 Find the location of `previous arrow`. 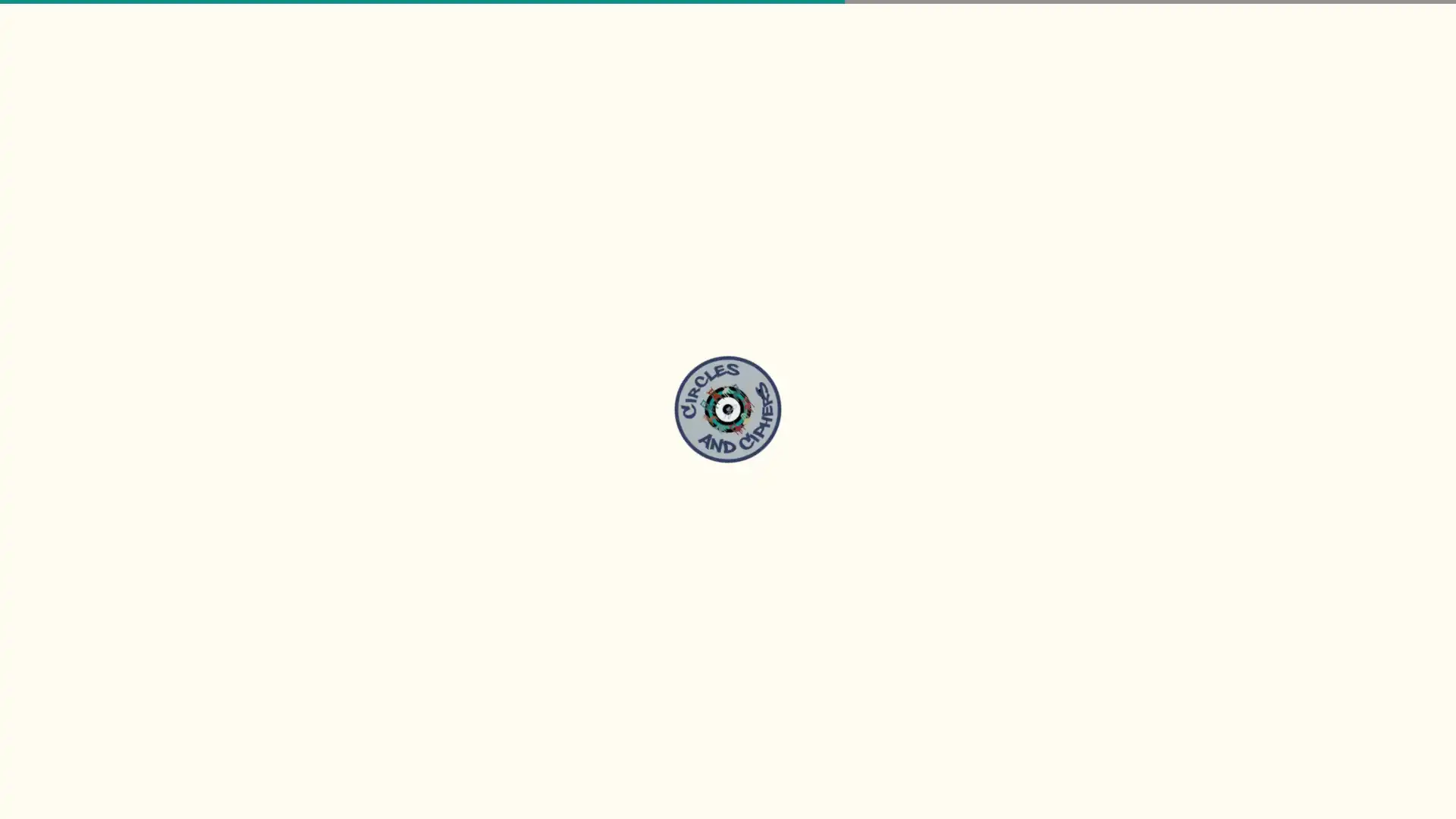

previous arrow is located at coordinates (23, 318).